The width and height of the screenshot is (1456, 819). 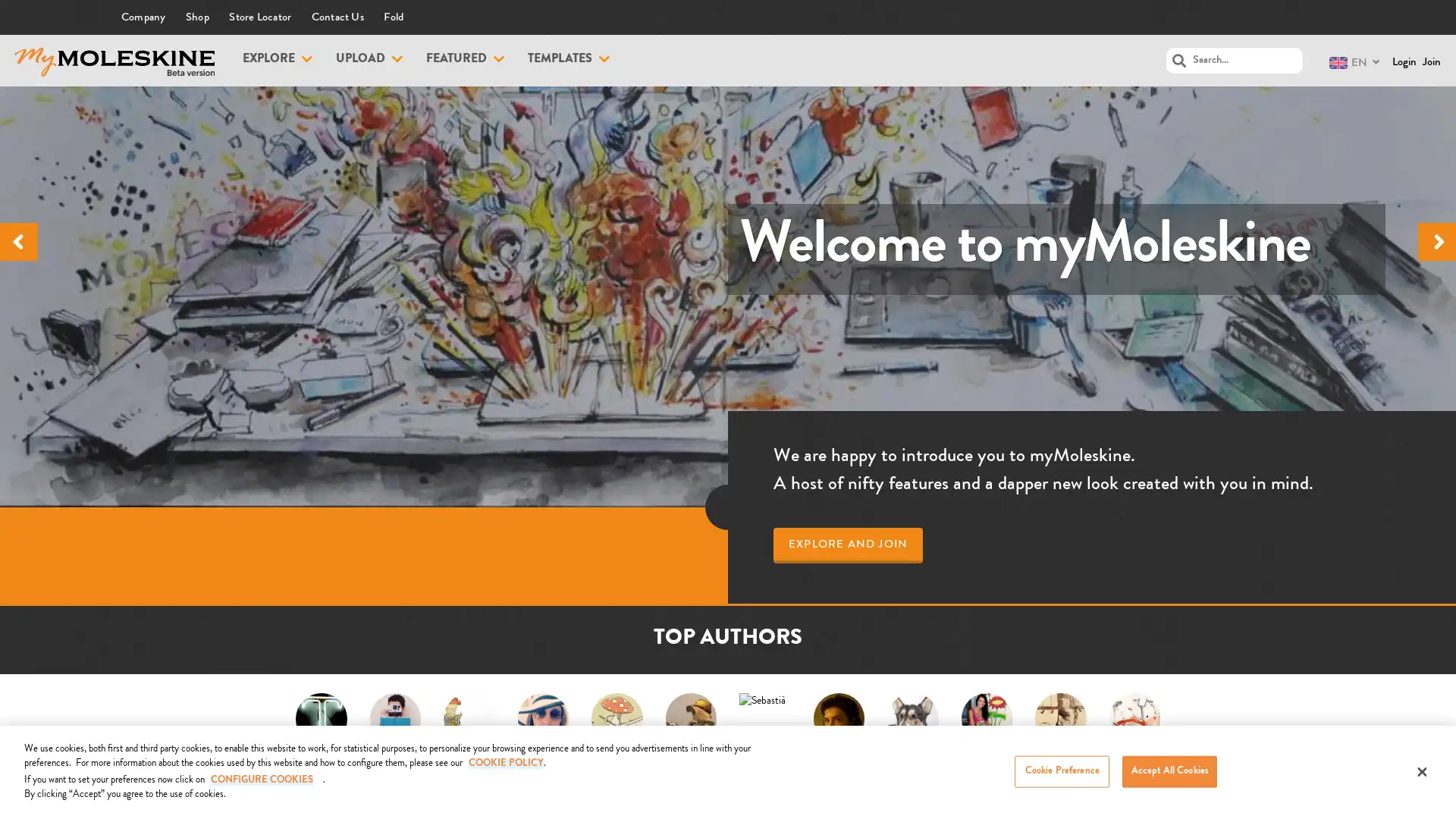 What do you see at coordinates (1169, 771) in the screenshot?
I see `Accept All Cookies` at bounding box center [1169, 771].